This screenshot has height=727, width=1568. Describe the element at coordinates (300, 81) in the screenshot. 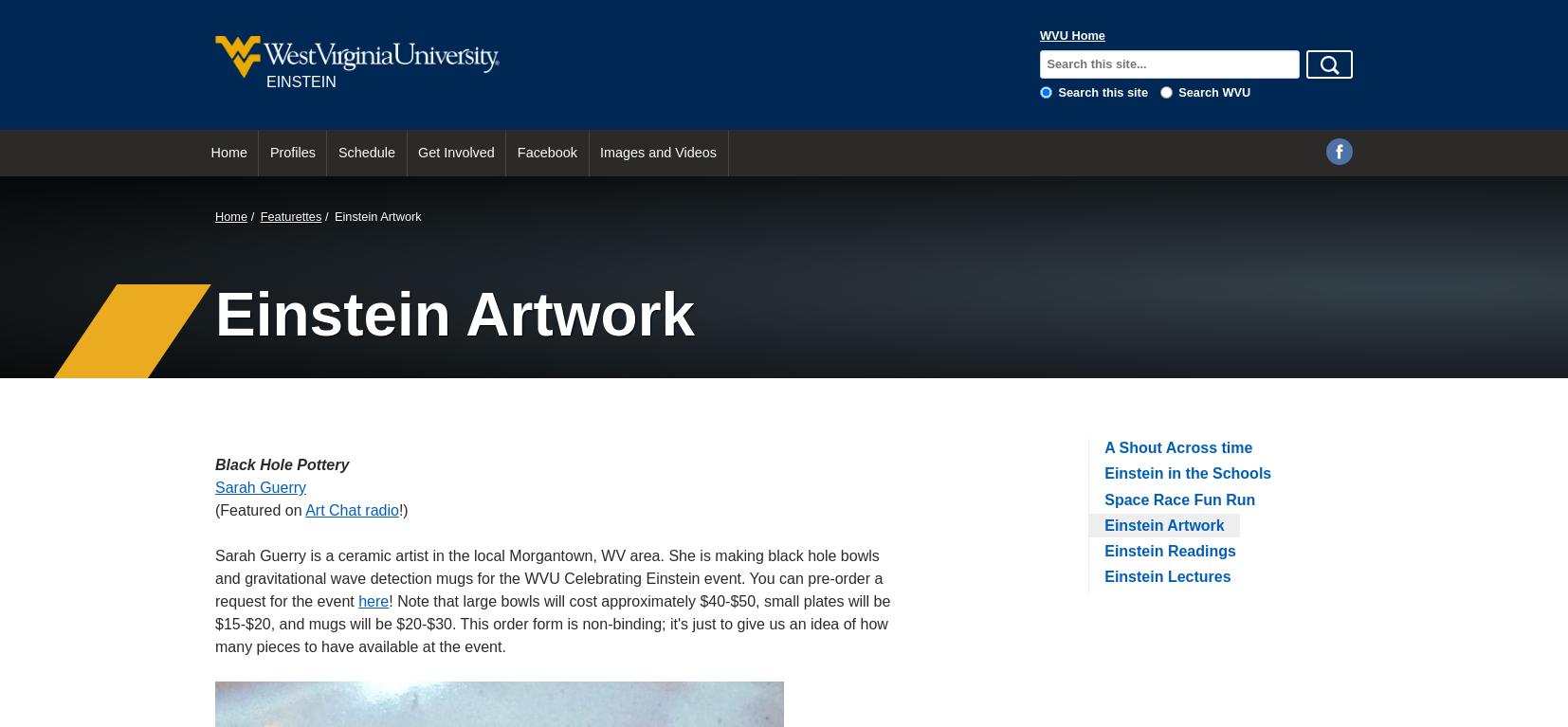

I see `'Einstein'` at that location.